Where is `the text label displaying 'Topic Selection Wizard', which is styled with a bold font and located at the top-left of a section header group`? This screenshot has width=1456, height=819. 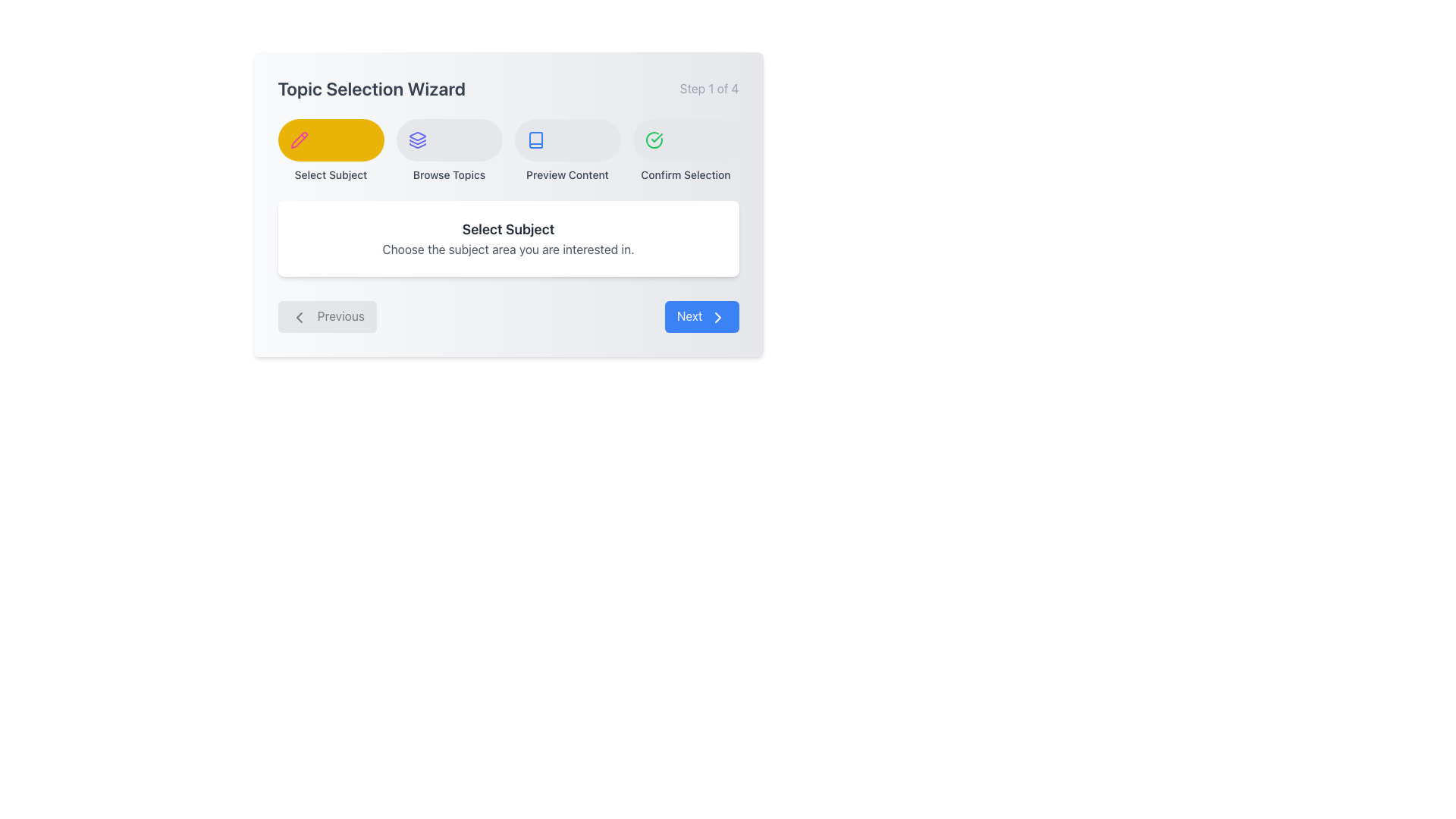
the text label displaying 'Topic Selection Wizard', which is styled with a bold font and located at the top-left of a section header group is located at coordinates (372, 88).